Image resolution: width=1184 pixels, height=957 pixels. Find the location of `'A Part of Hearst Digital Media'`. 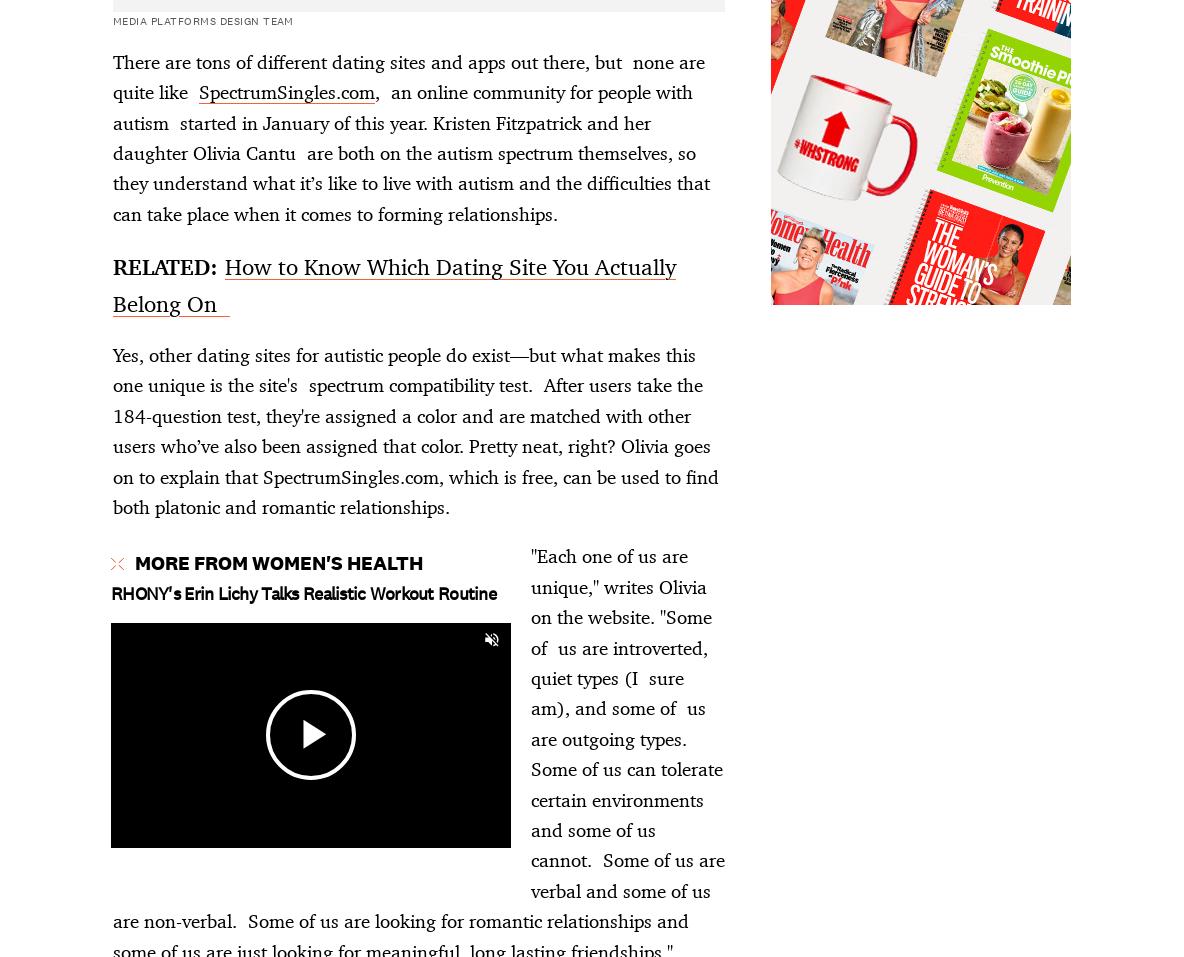

'A Part of Hearst Digital Media' is located at coordinates (39, 849).